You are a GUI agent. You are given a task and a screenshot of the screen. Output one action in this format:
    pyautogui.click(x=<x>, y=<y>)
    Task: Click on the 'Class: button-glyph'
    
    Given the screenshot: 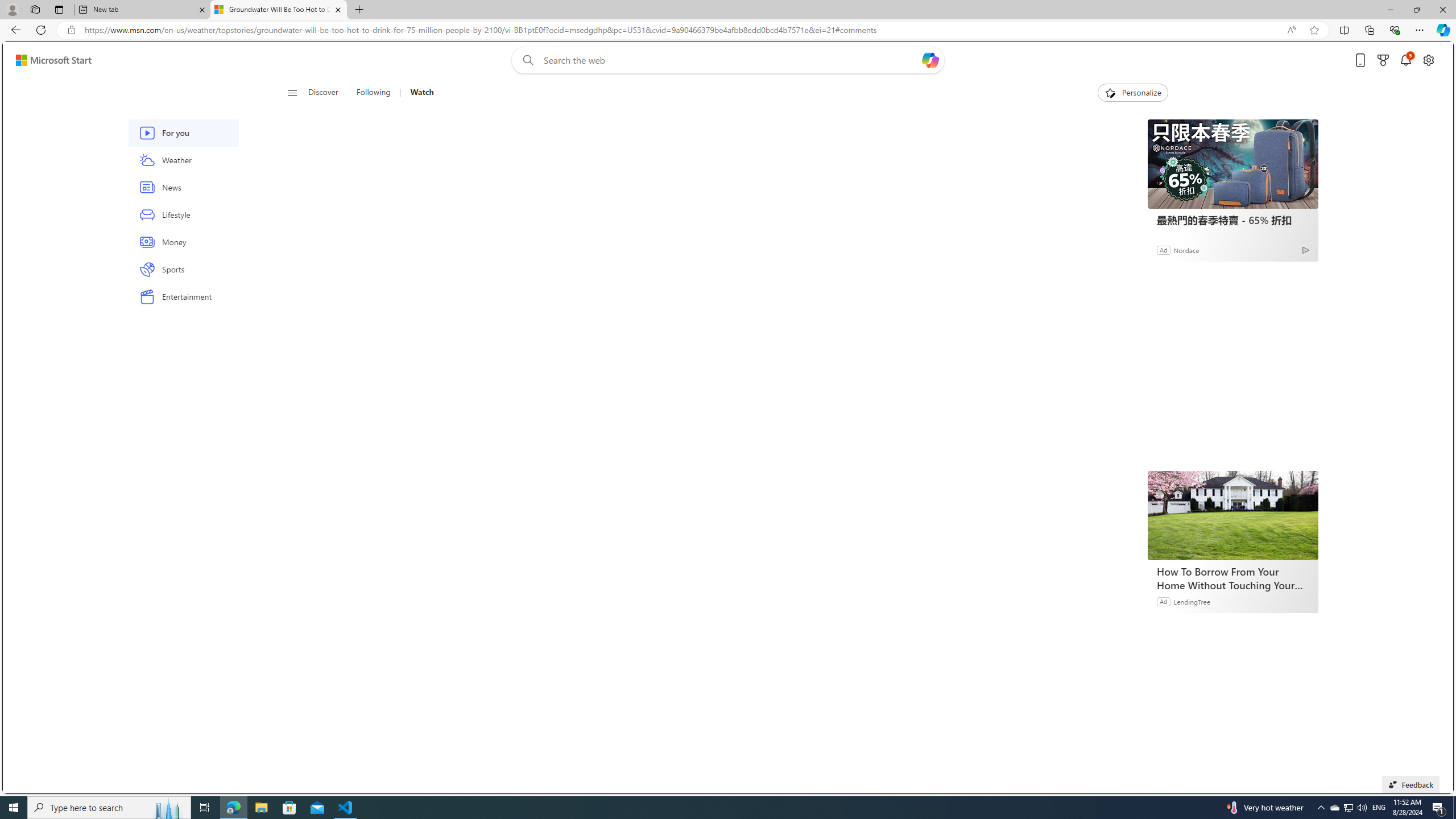 What is the action you would take?
    pyautogui.click(x=292, y=92)
    